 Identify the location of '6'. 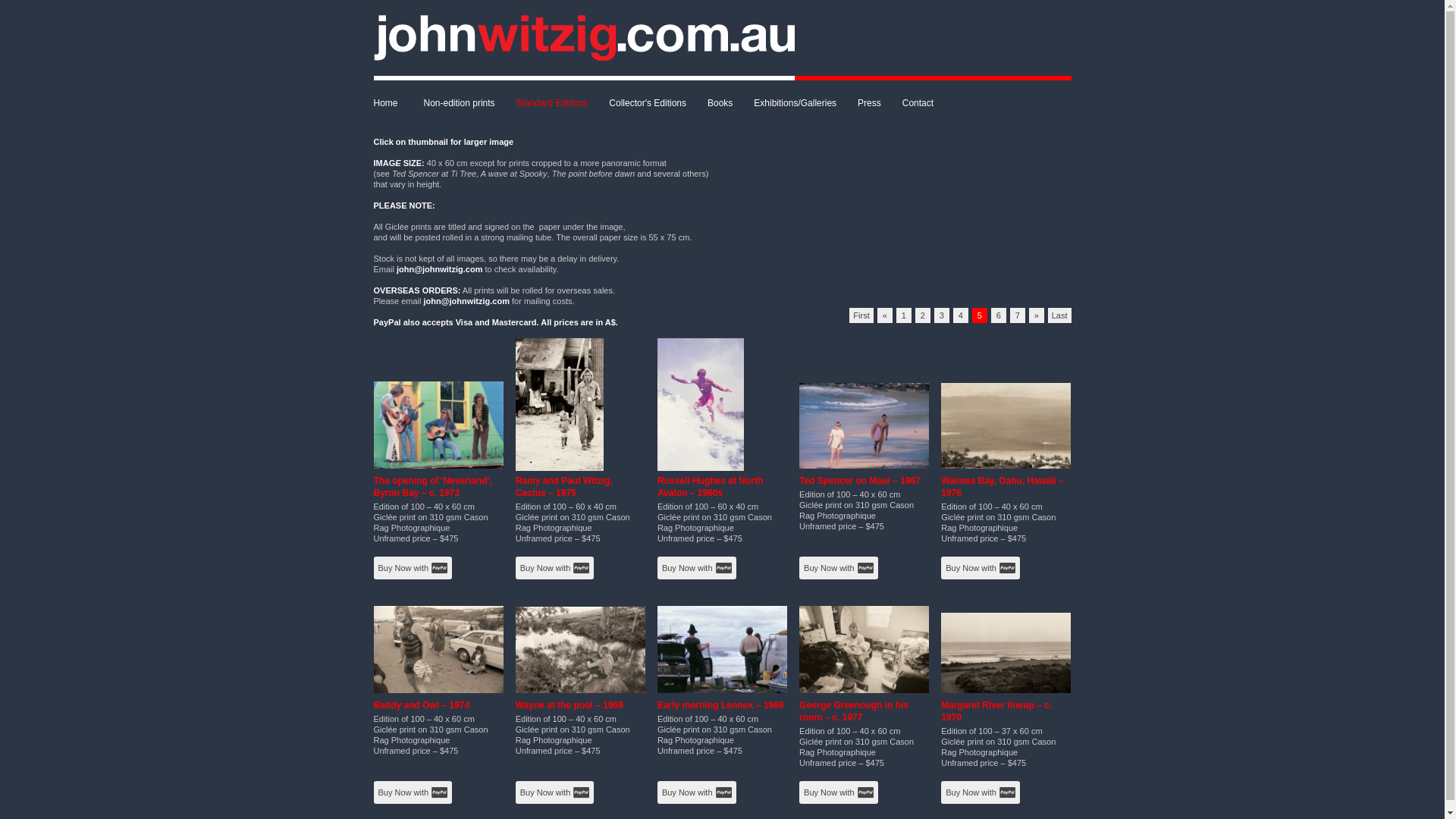
(990, 315).